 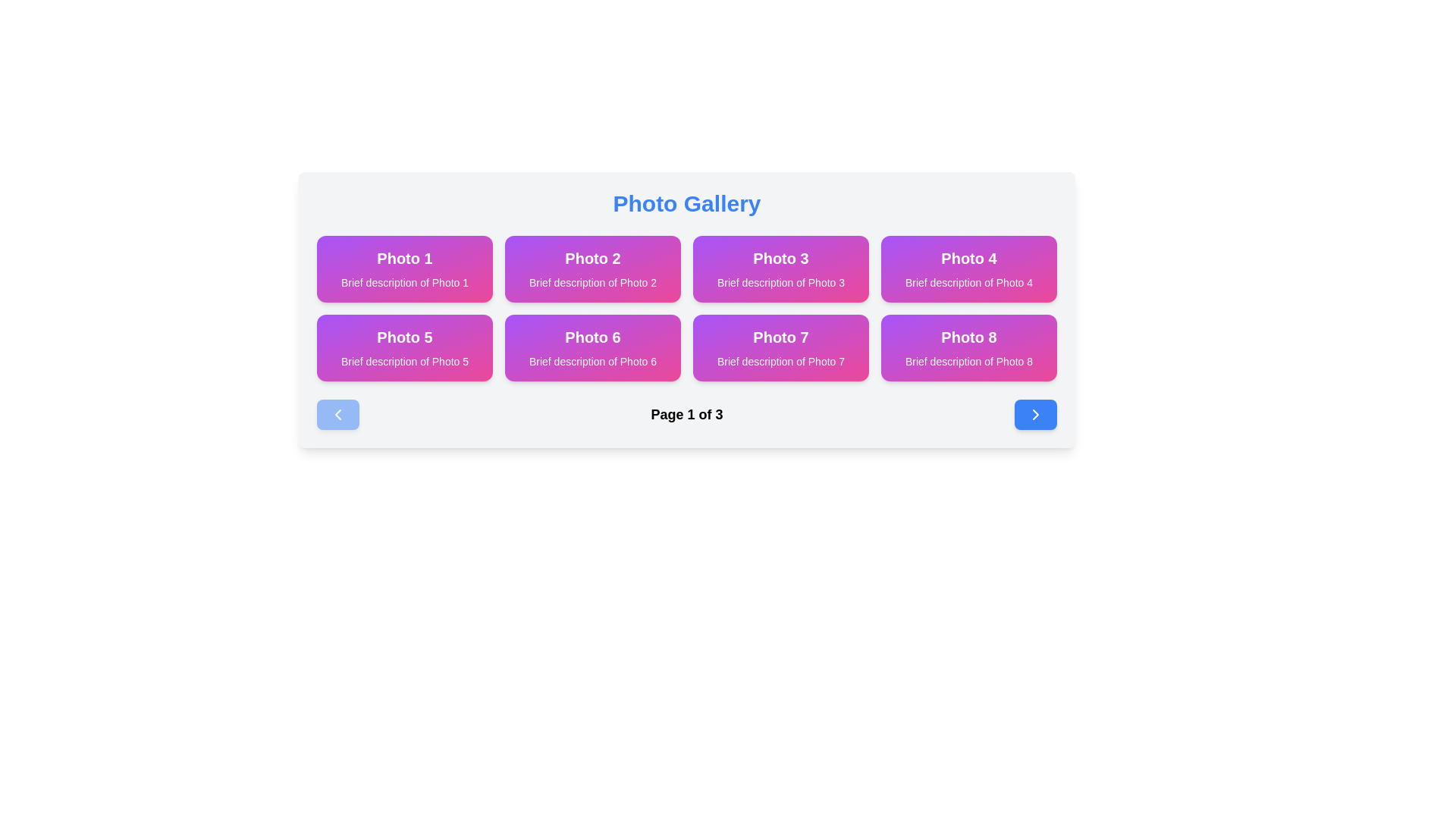 What do you see at coordinates (968, 268) in the screenshot?
I see `the 'Photo 4' card component, which has a gradient background and bold text` at bounding box center [968, 268].